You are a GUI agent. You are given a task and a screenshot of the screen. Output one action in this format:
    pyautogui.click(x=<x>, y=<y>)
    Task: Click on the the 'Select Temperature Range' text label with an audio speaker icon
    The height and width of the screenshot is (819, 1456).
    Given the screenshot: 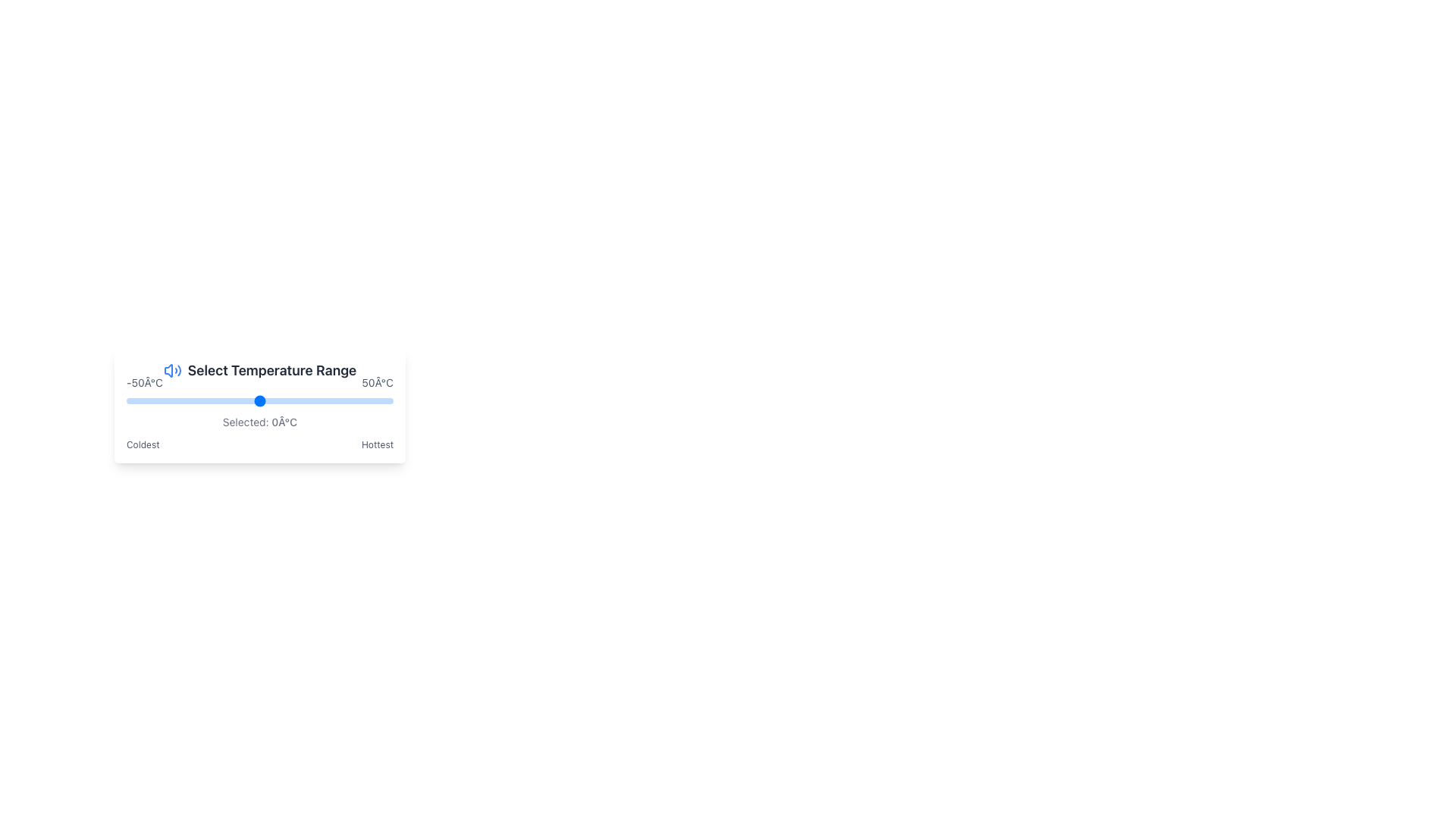 What is the action you would take?
    pyautogui.click(x=259, y=371)
    